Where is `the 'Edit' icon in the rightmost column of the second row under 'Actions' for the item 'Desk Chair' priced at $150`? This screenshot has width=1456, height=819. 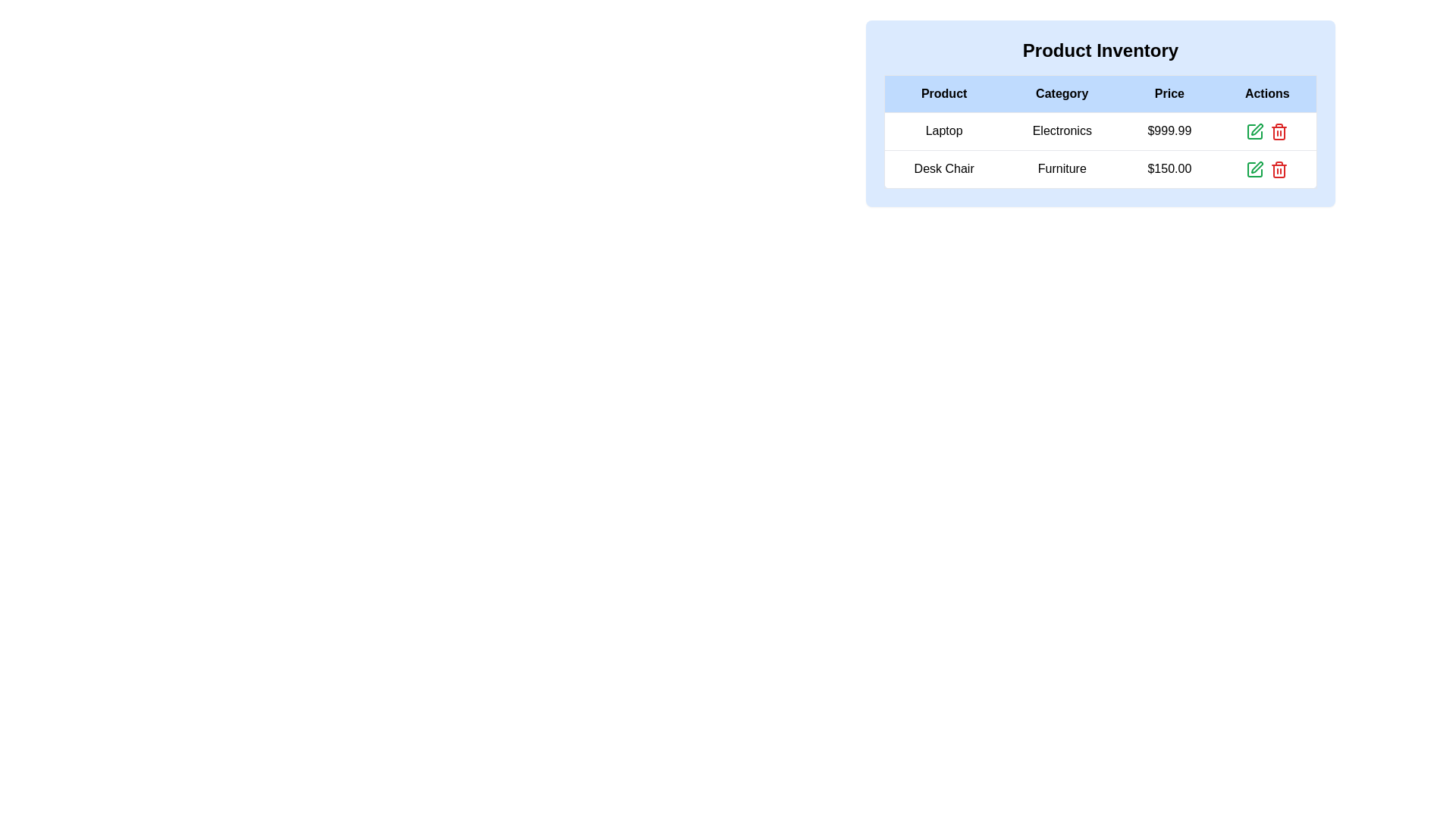
the 'Edit' icon in the rightmost column of the second row under 'Actions' for the item 'Desk Chair' priced at $150 is located at coordinates (1257, 128).